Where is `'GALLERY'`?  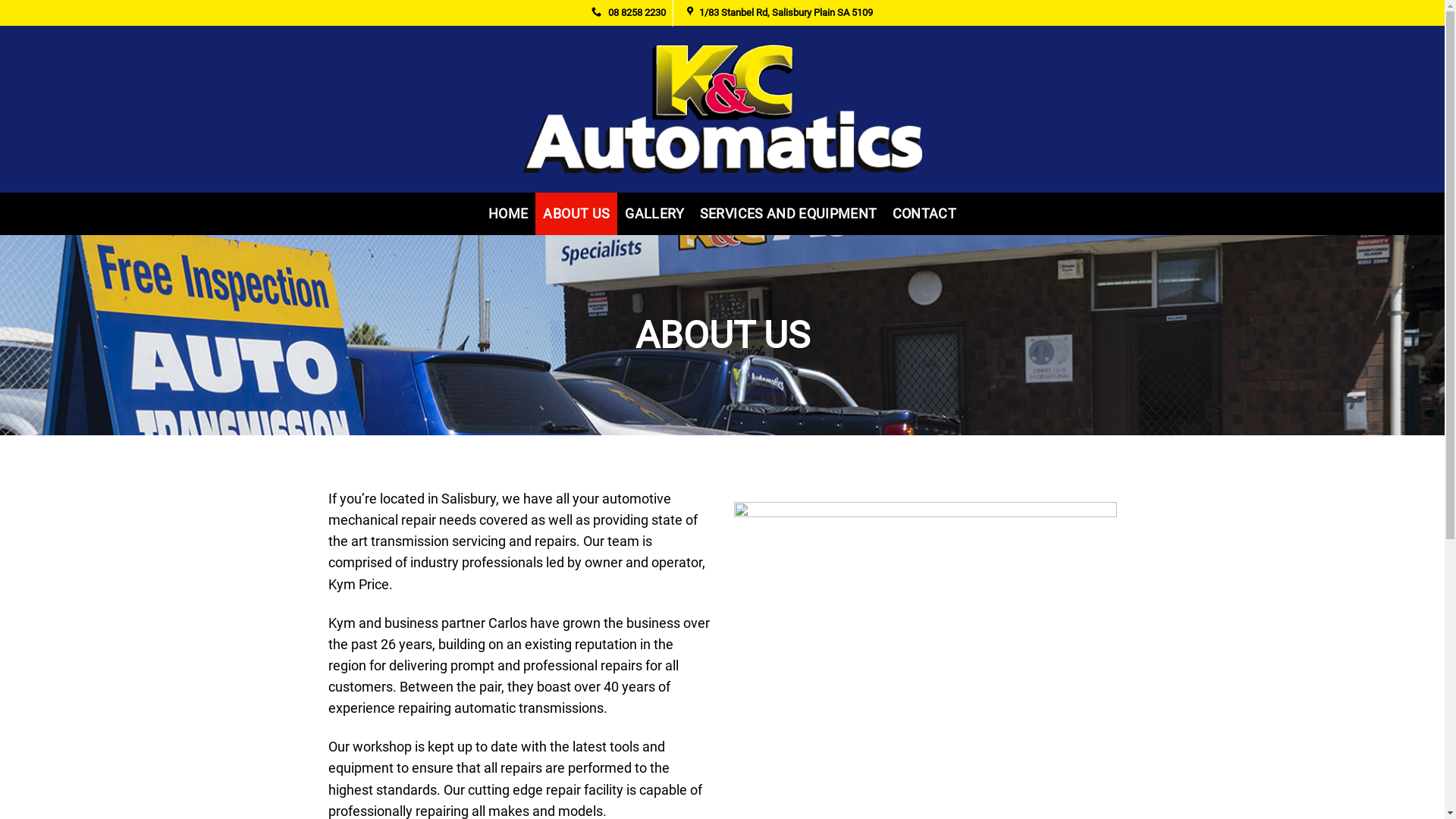
'GALLERY' is located at coordinates (654, 213).